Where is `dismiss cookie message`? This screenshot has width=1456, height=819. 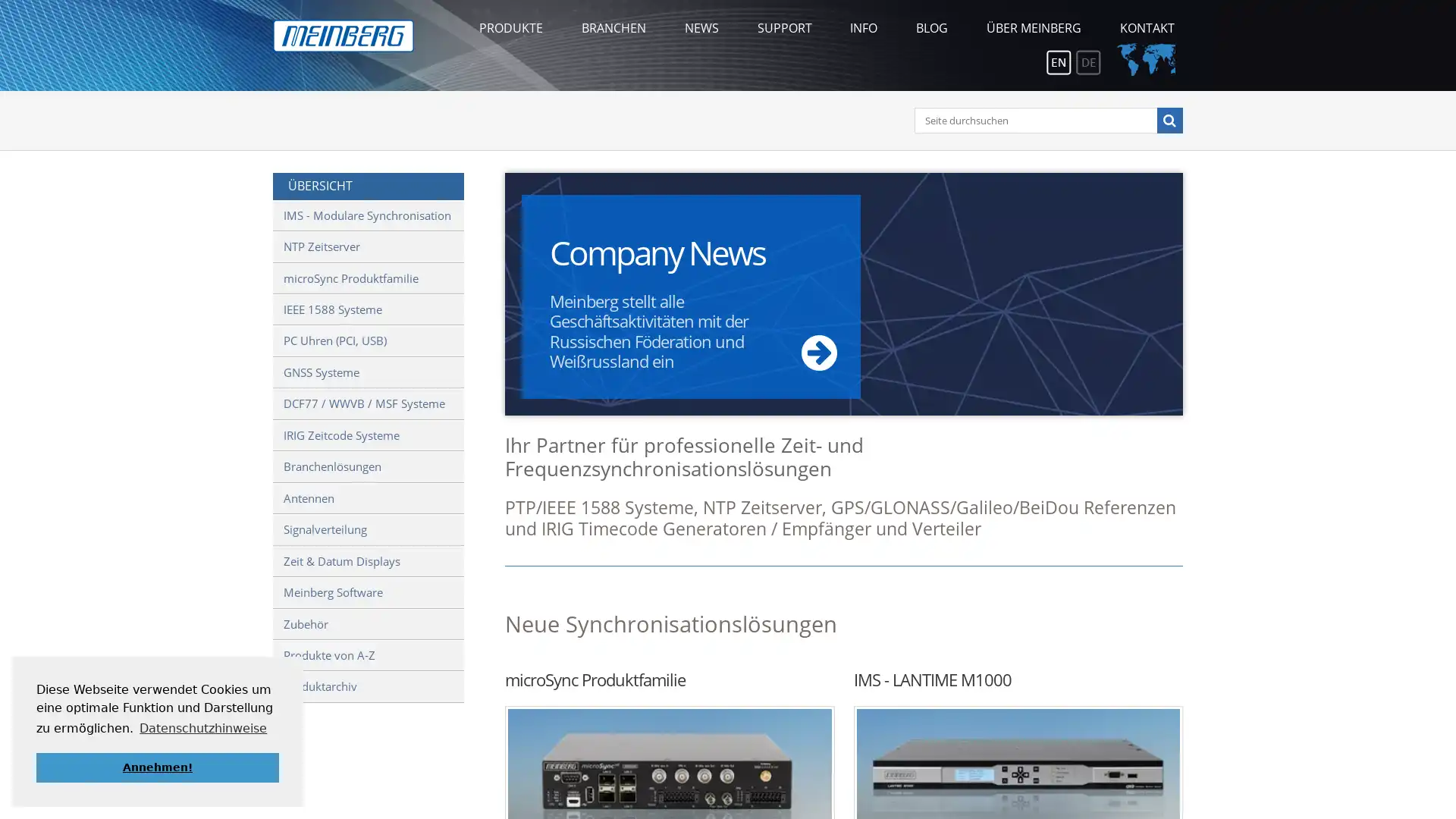 dismiss cookie message is located at coordinates (157, 767).